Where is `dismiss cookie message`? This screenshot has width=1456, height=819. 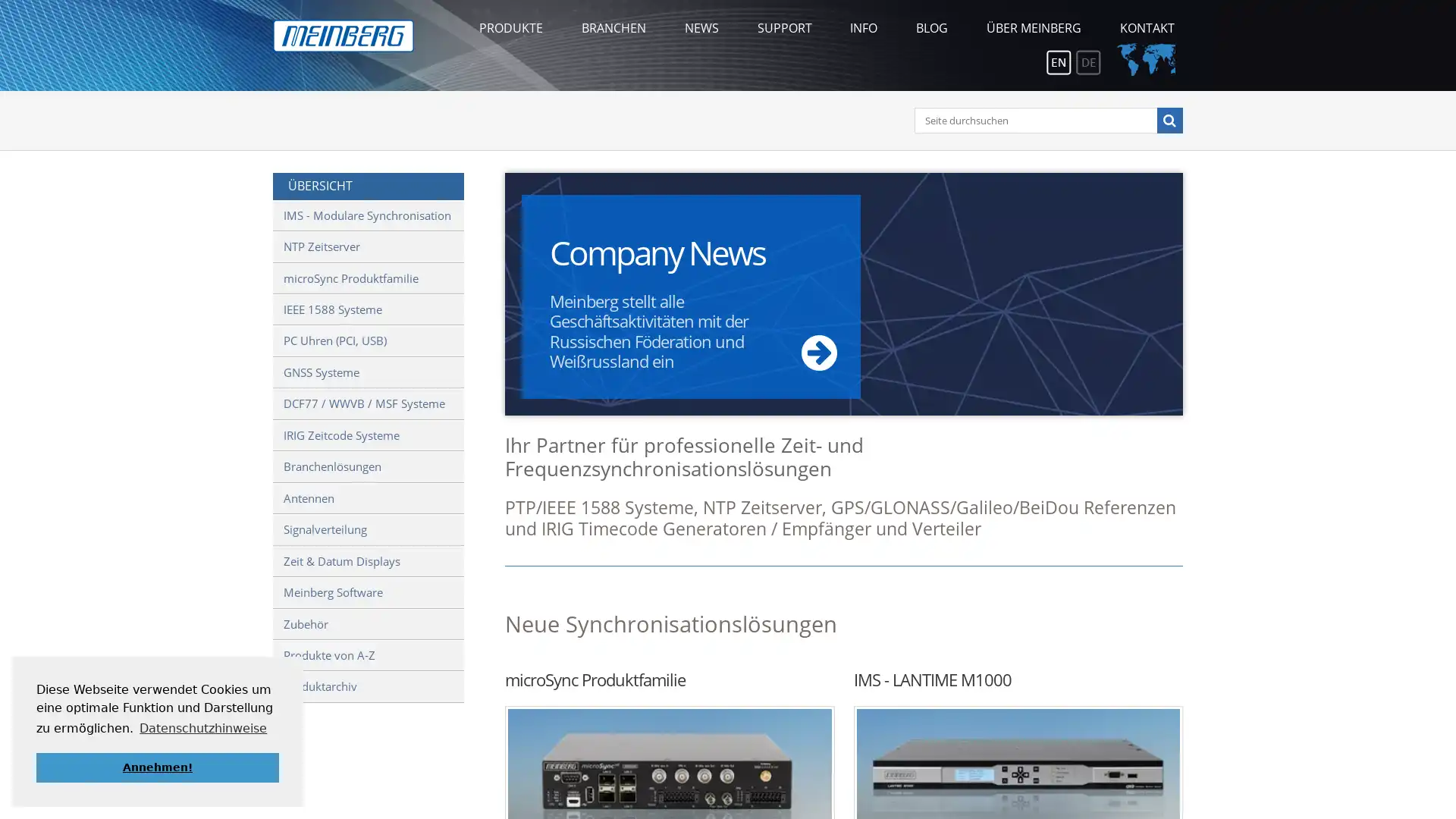 dismiss cookie message is located at coordinates (157, 767).